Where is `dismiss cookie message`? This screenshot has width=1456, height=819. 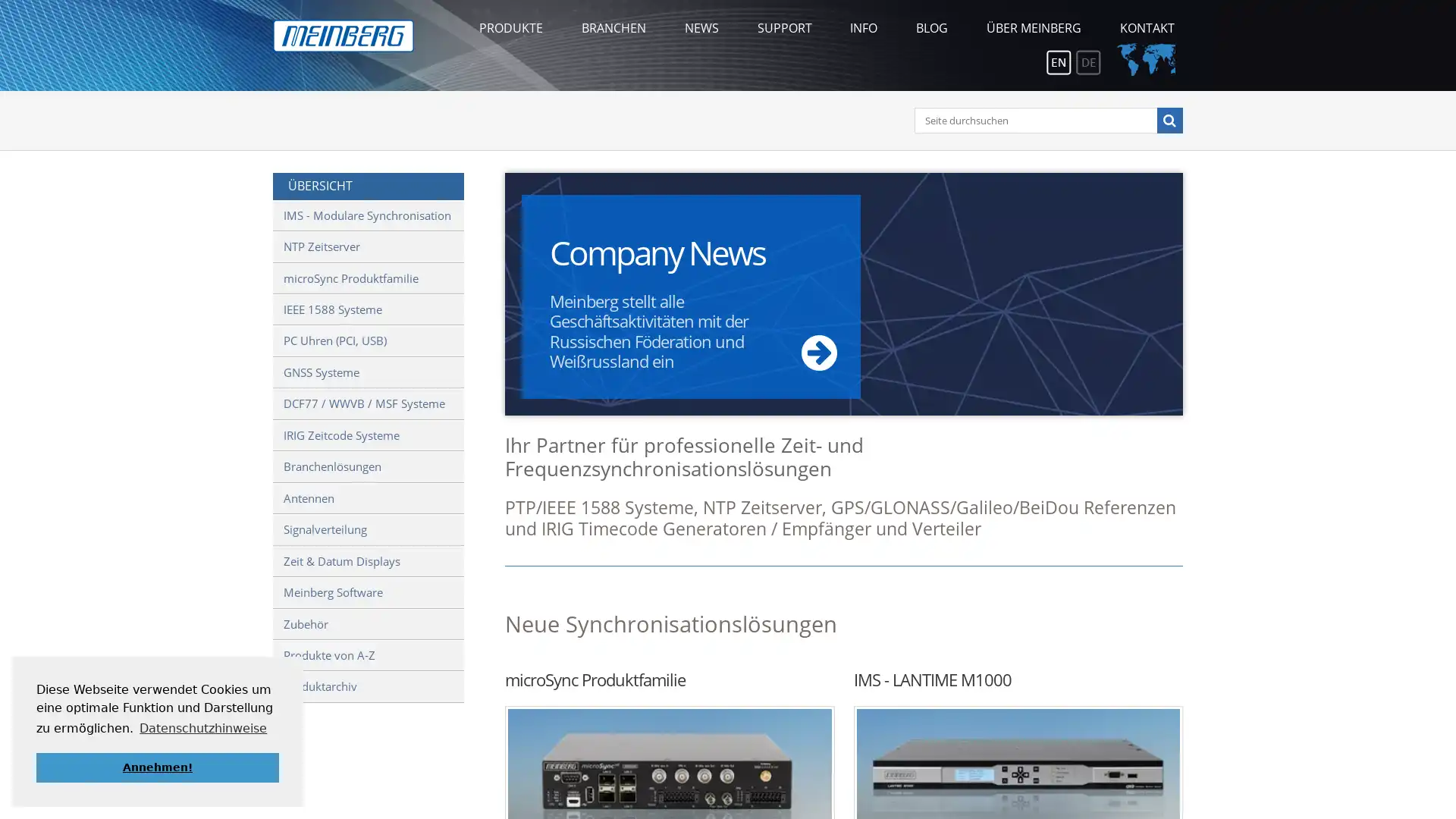 dismiss cookie message is located at coordinates (157, 767).